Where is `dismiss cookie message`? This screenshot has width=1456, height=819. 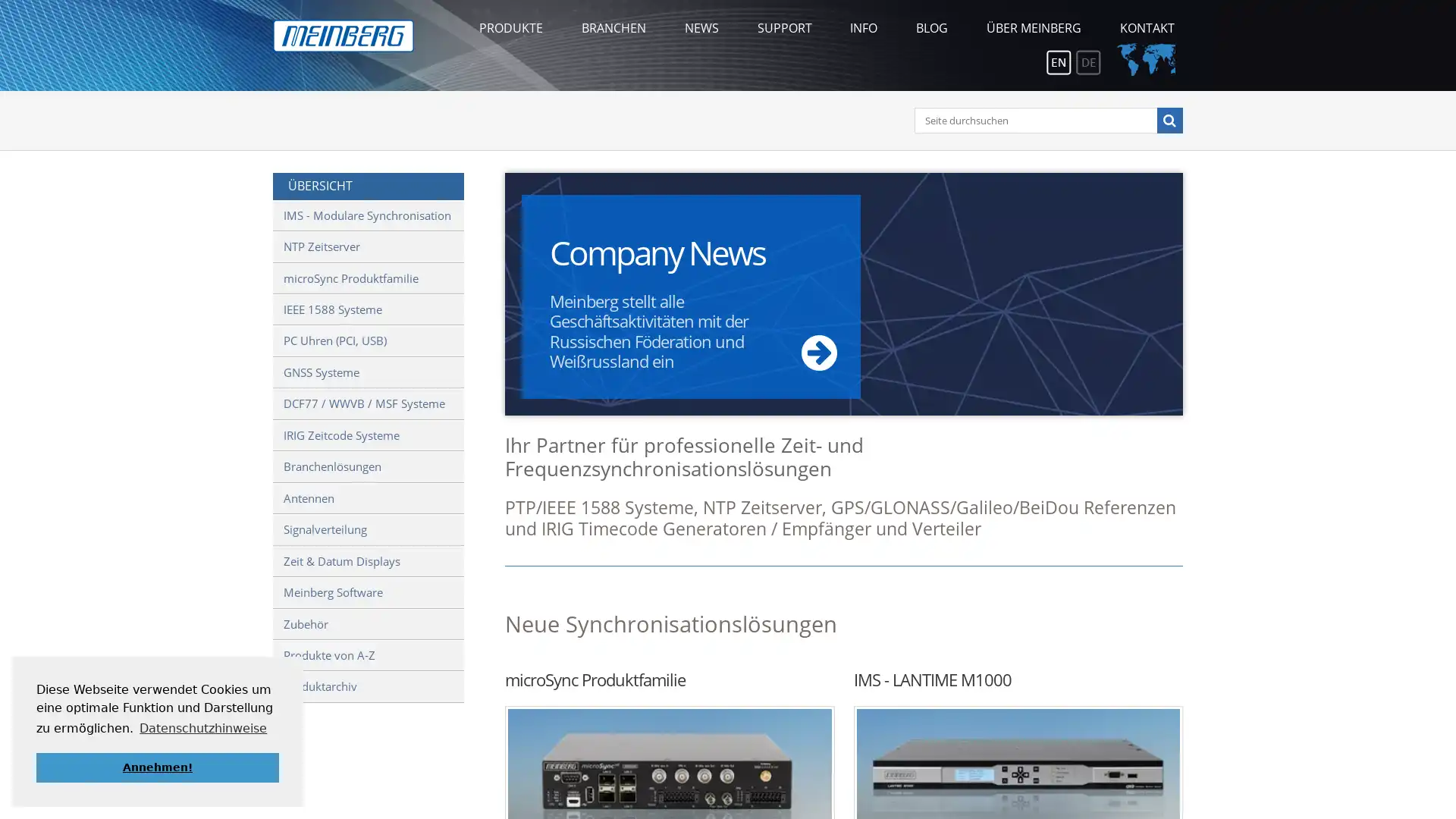 dismiss cookie message is located at coordinates (157, 767).